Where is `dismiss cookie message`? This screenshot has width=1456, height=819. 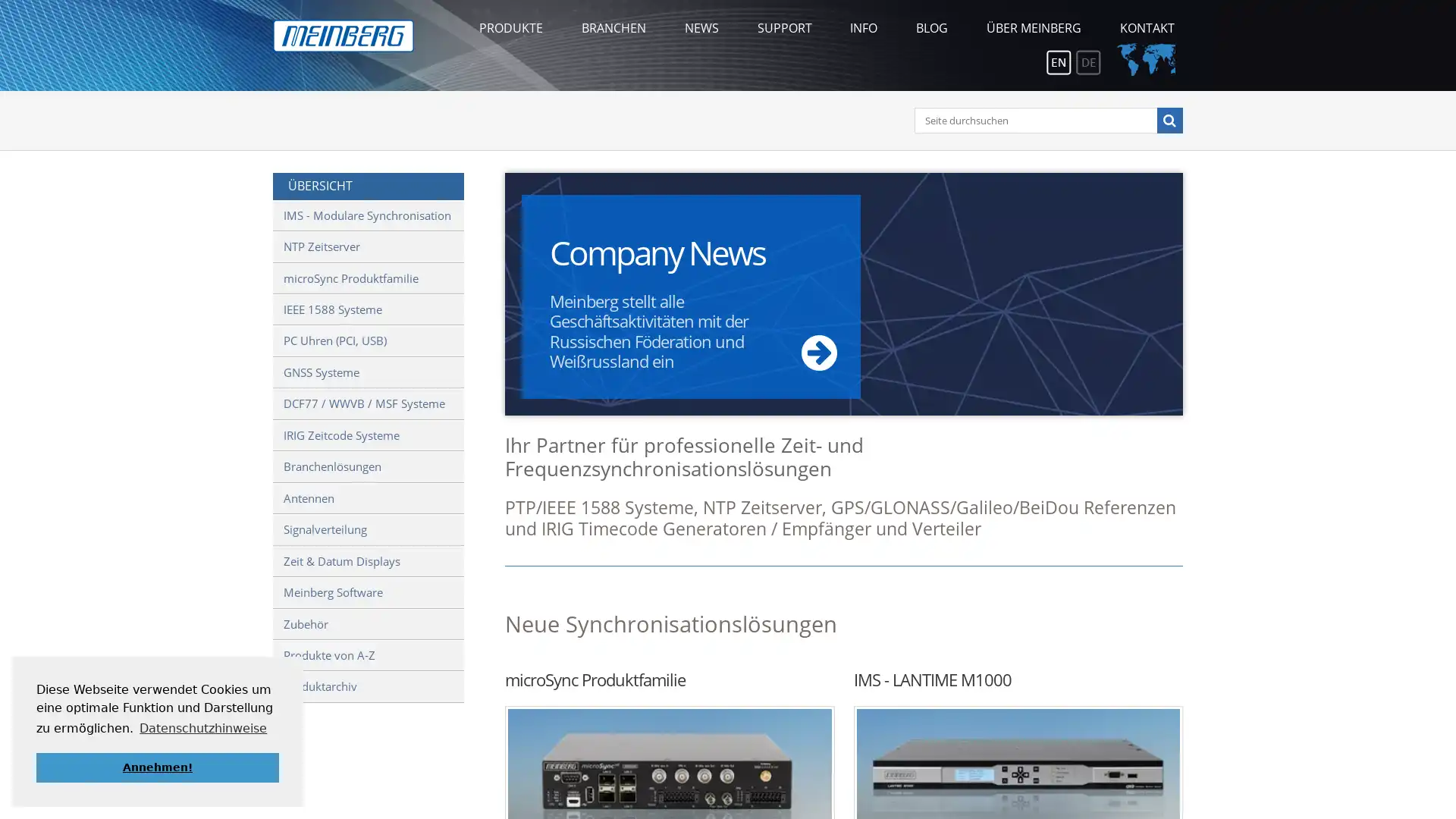 dismiss cookie message is located at coordinates (157, 767).